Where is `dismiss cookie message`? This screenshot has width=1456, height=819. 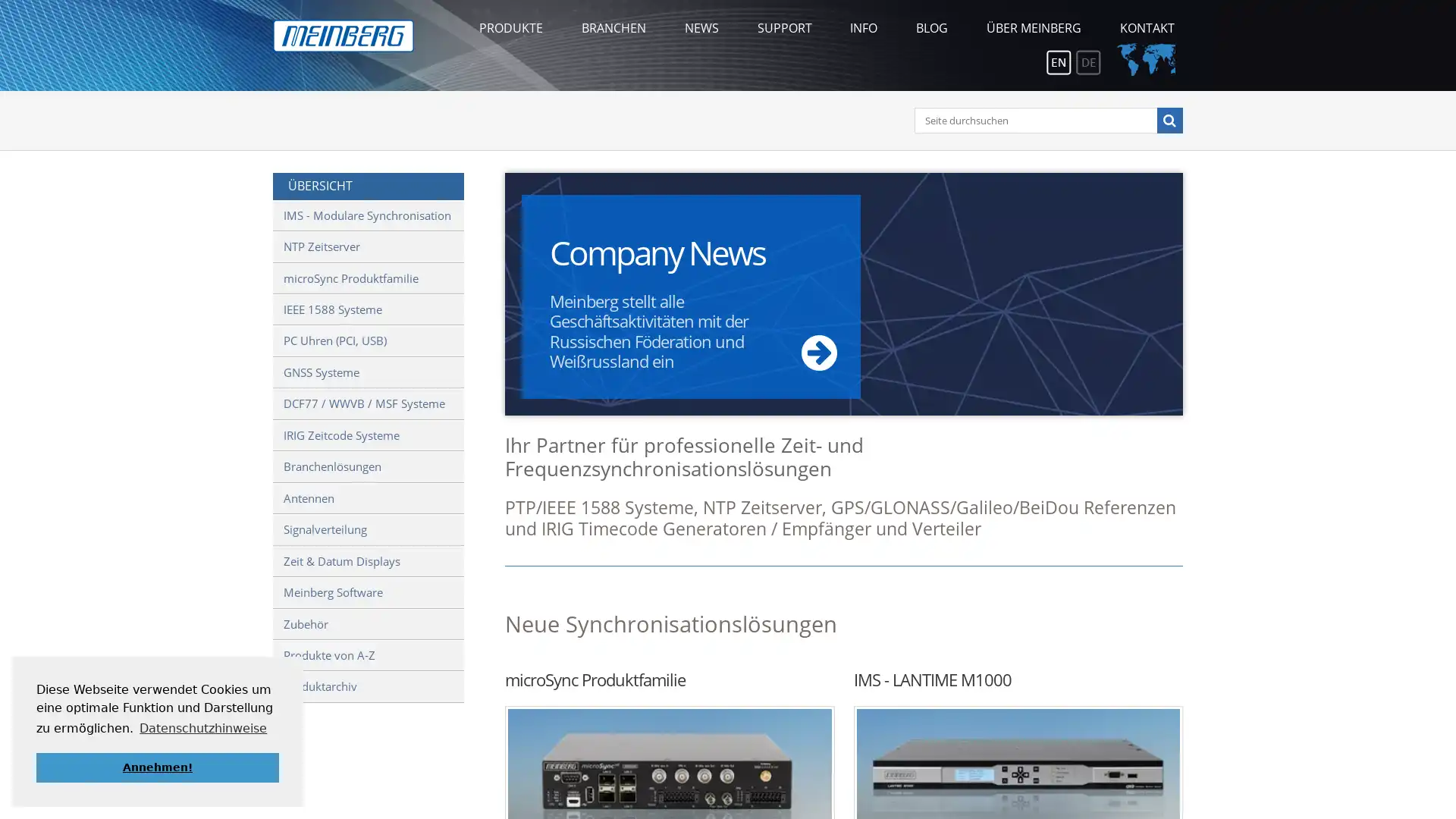 dismiss cookie message is located at coordinates (157, 767).